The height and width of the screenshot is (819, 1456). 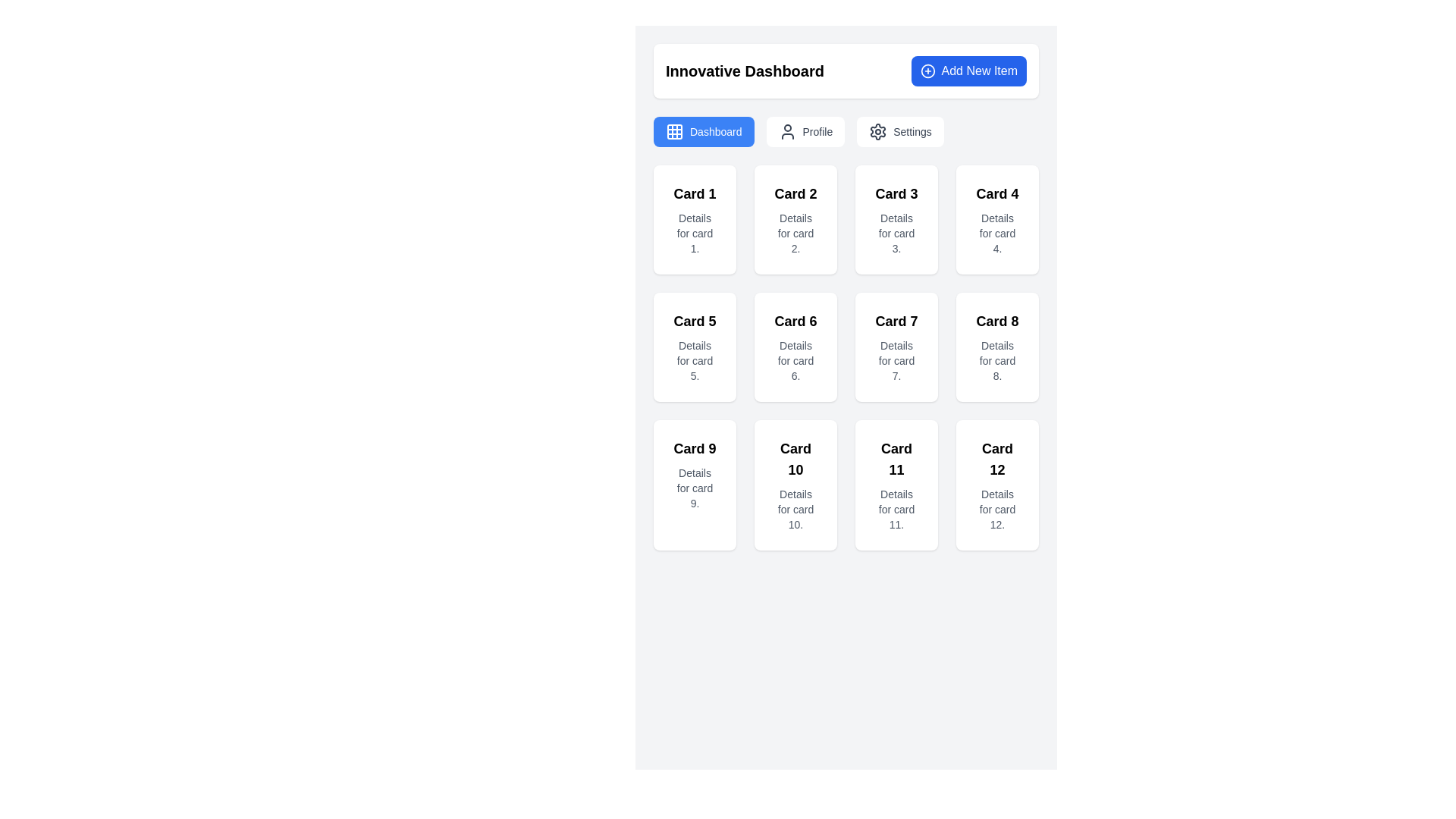 I want to click on the Text Label that serves as the card title, located in the top-left card of the grid, so click(x=694, y=193).